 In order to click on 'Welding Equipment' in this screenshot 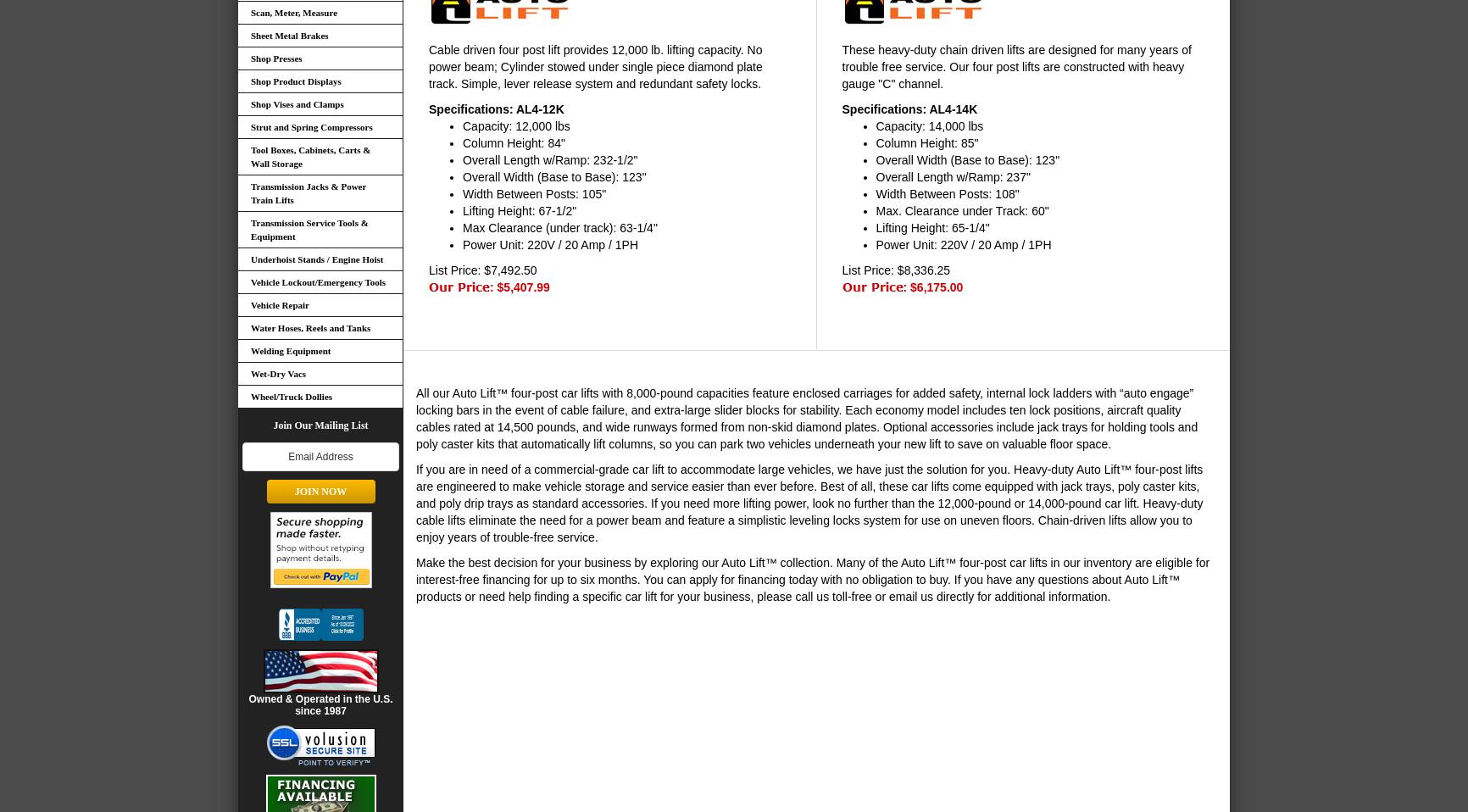, I will do `click(289, 351)`.